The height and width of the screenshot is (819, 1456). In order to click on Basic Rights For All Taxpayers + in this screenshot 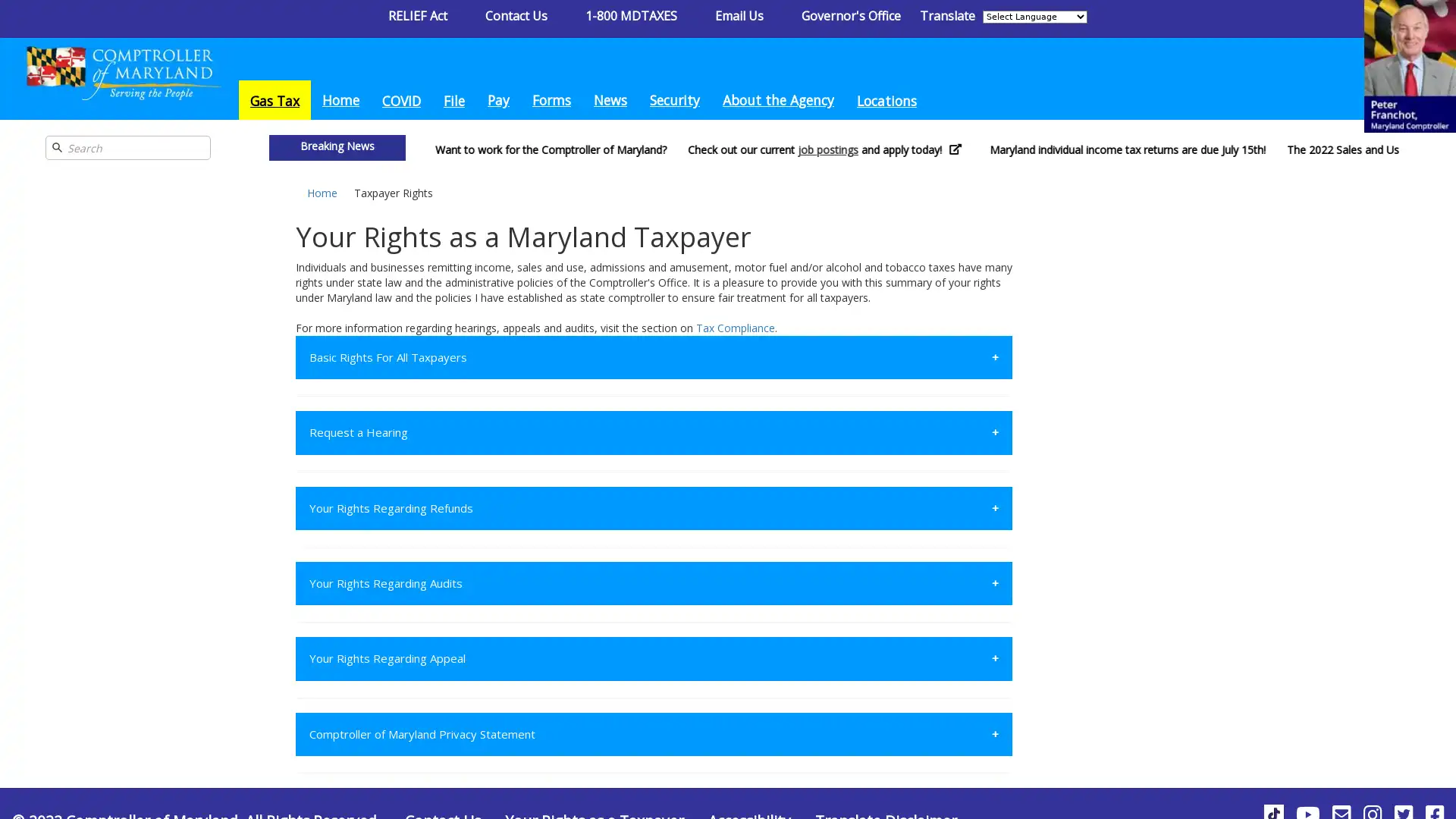, I will do `click(654, 356)`.